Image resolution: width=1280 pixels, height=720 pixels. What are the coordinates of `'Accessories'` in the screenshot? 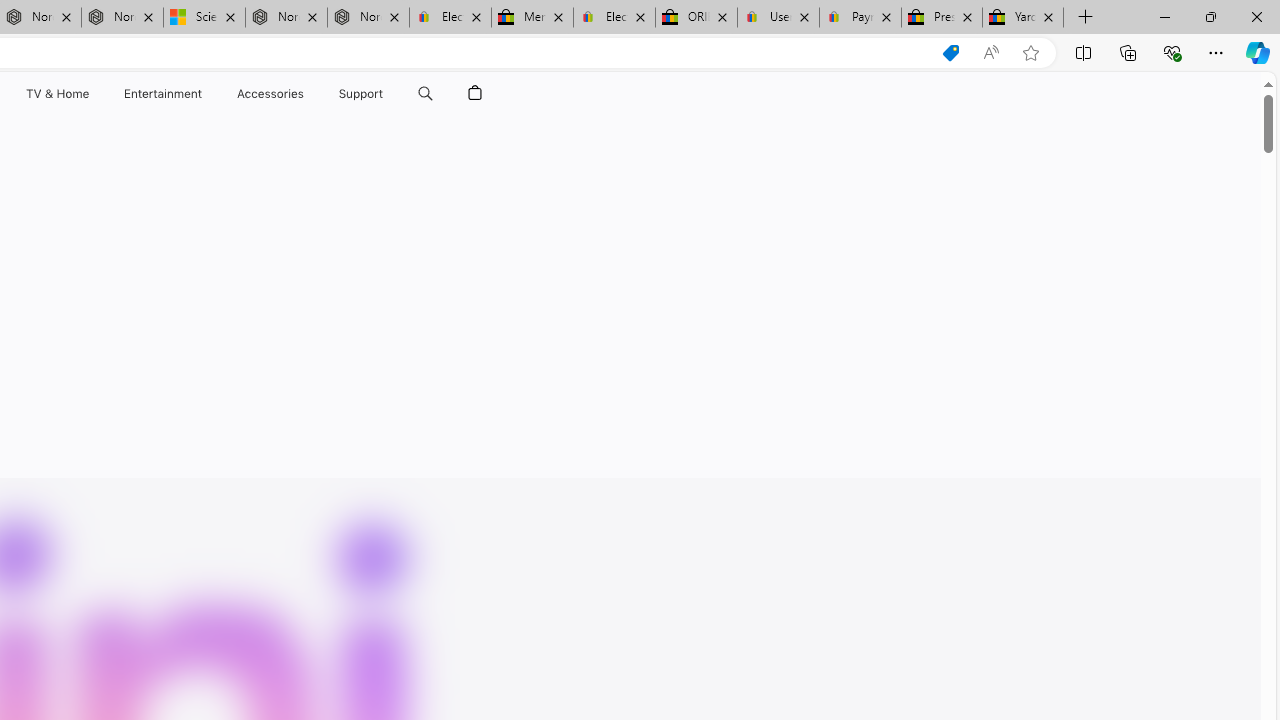 It's located at (269, 93).